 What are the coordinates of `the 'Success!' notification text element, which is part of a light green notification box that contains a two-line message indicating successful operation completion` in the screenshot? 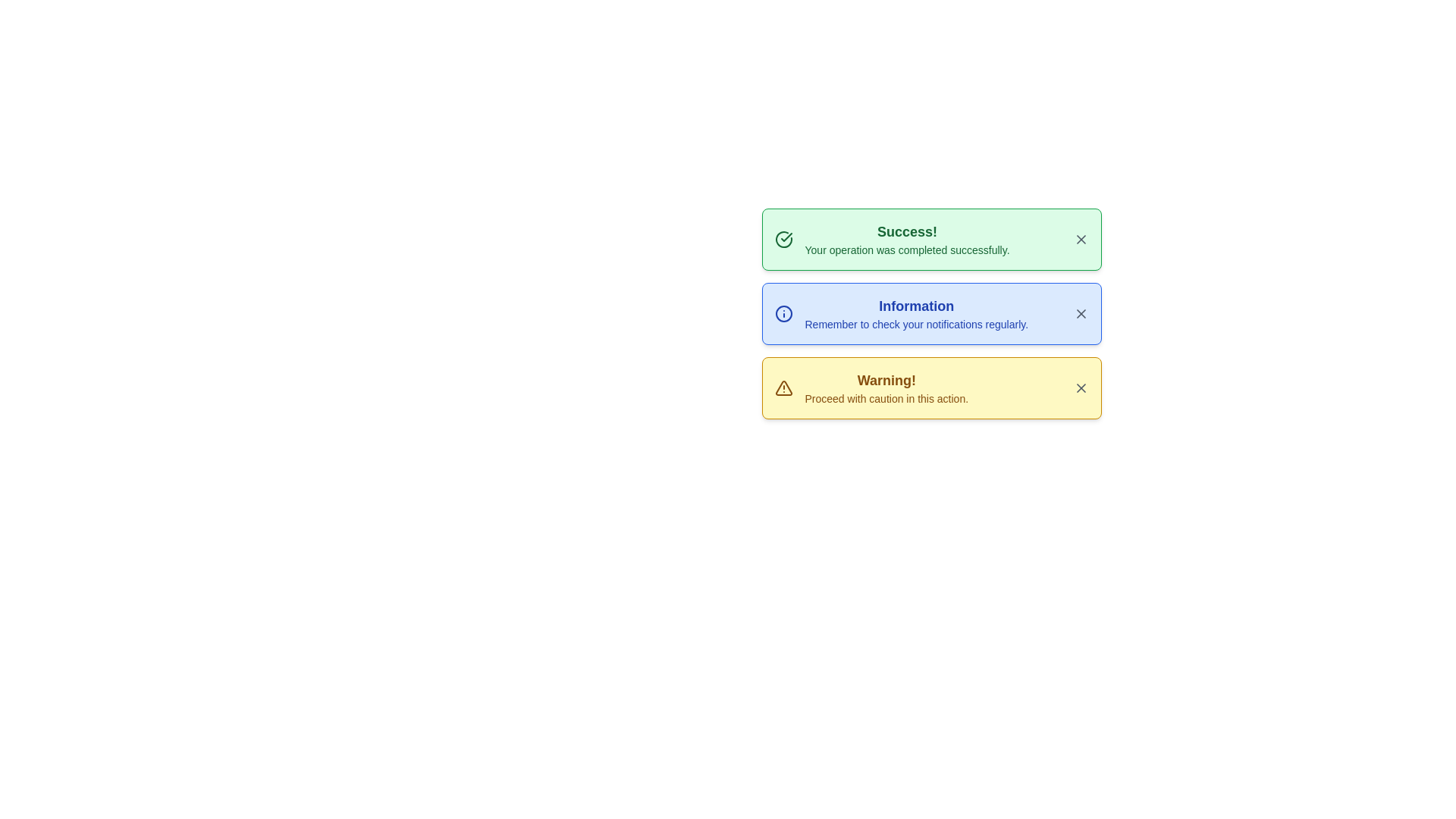 It's located at (907, 239).